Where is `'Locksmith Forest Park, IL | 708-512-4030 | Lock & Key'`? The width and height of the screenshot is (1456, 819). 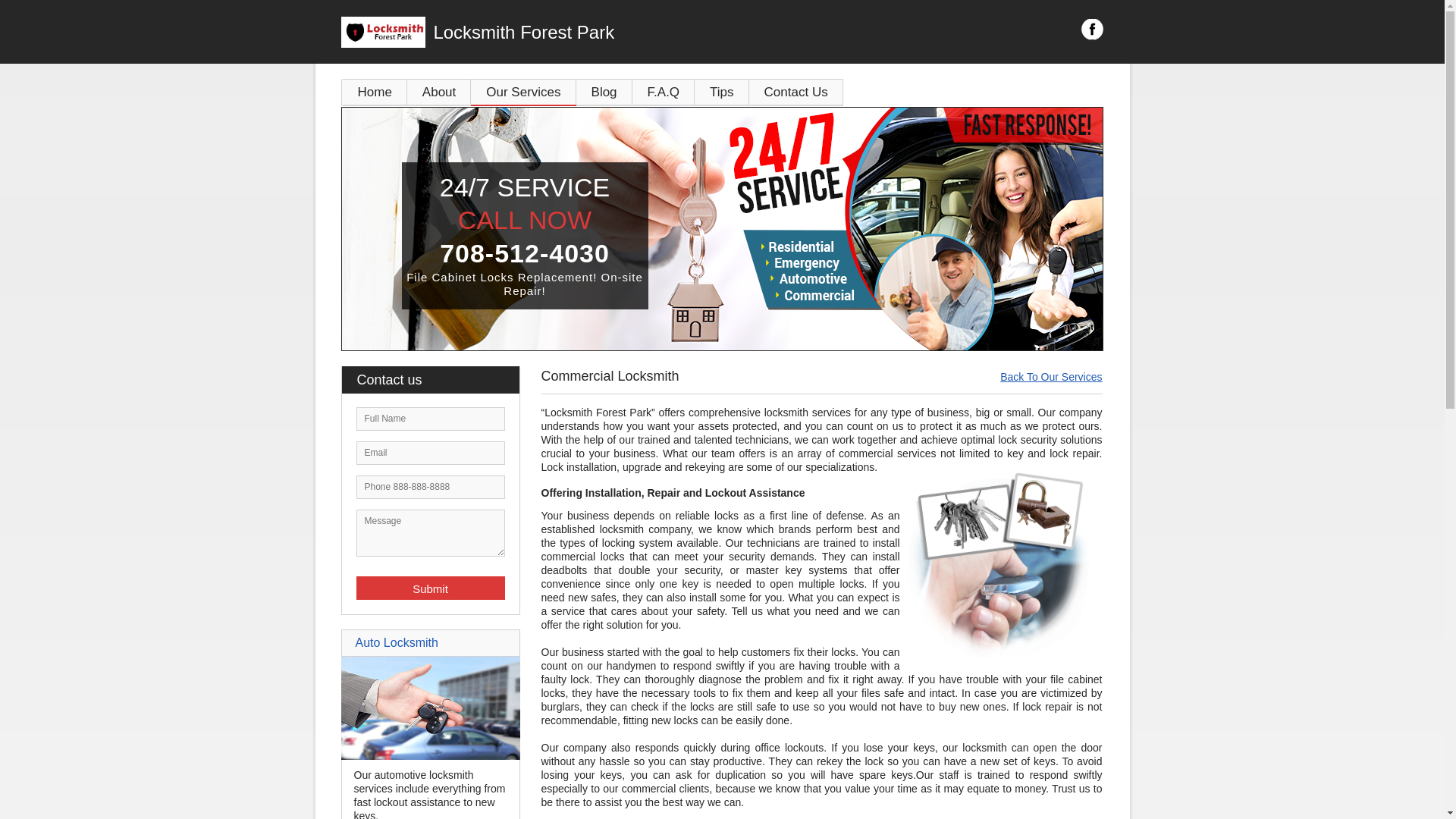 'Locksmith Forest Park, IL | 708-512-4030 | Lock & Key' is located at coordinates (721, 228).